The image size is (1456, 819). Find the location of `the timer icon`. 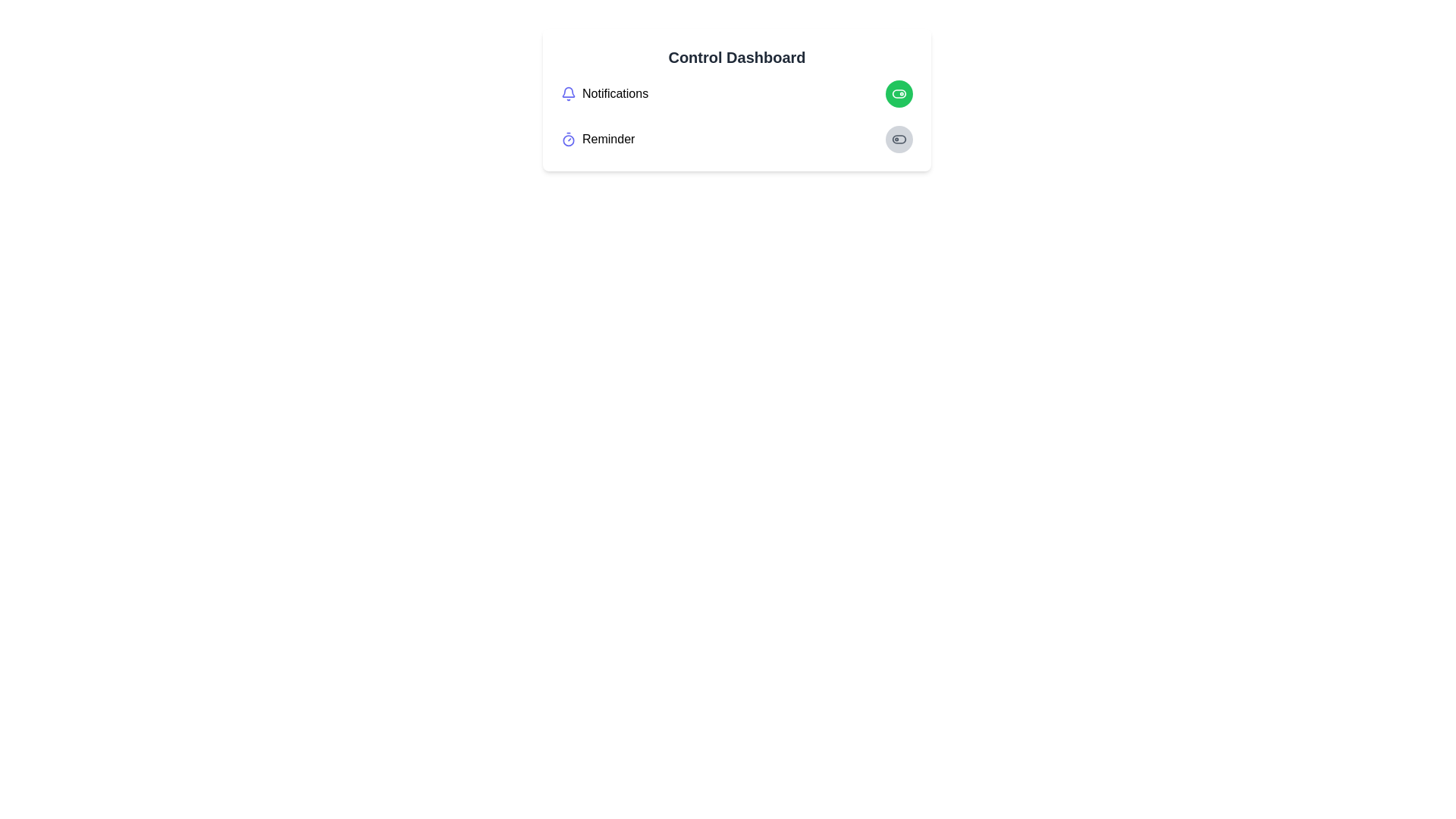

the timer icon is located at coordinates (567, 140).